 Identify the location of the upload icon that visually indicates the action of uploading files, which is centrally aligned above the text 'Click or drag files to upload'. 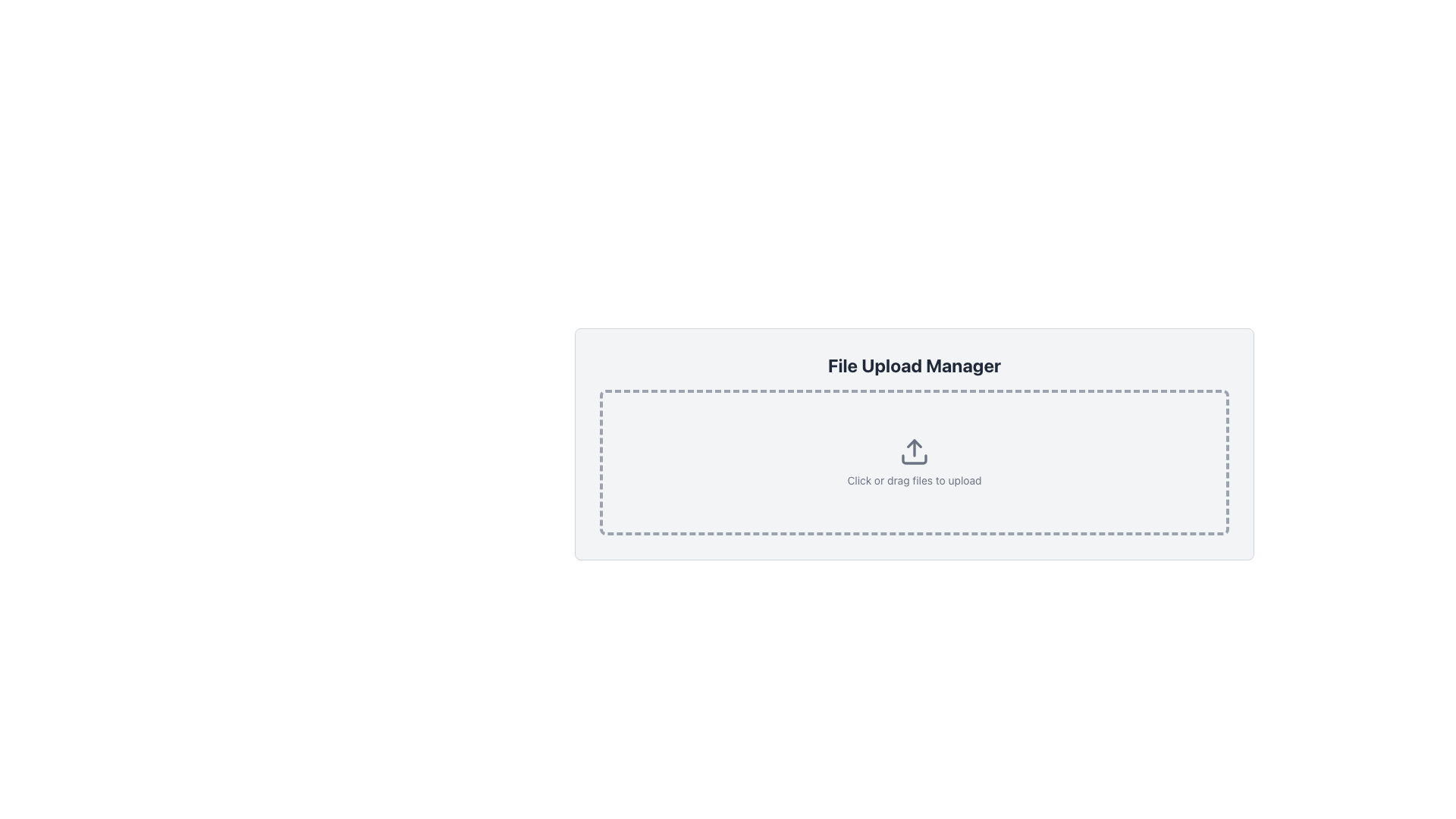
(913, 451).